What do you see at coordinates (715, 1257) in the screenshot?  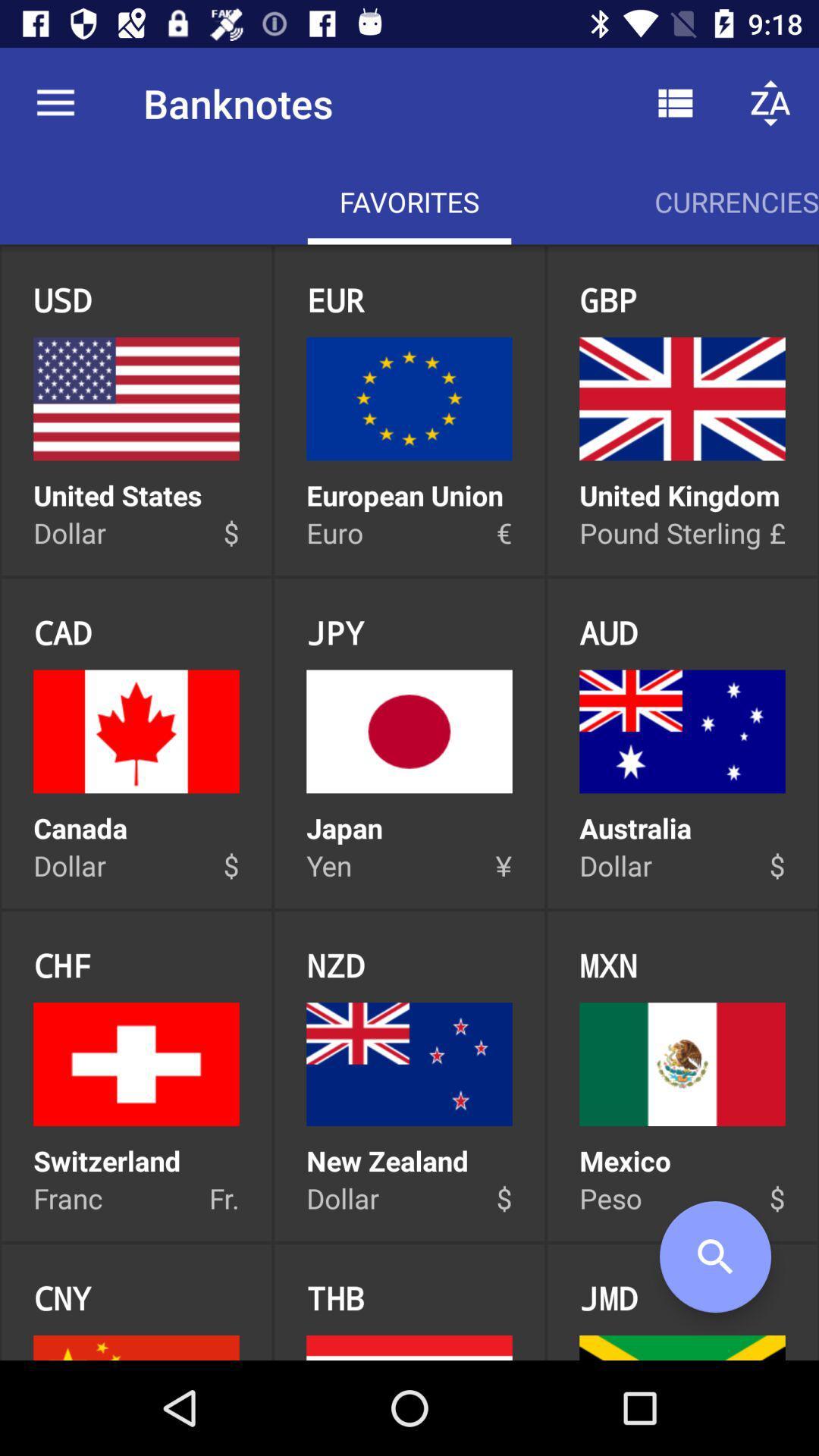 I see `the search icon` at bounding box center [715, 1257].